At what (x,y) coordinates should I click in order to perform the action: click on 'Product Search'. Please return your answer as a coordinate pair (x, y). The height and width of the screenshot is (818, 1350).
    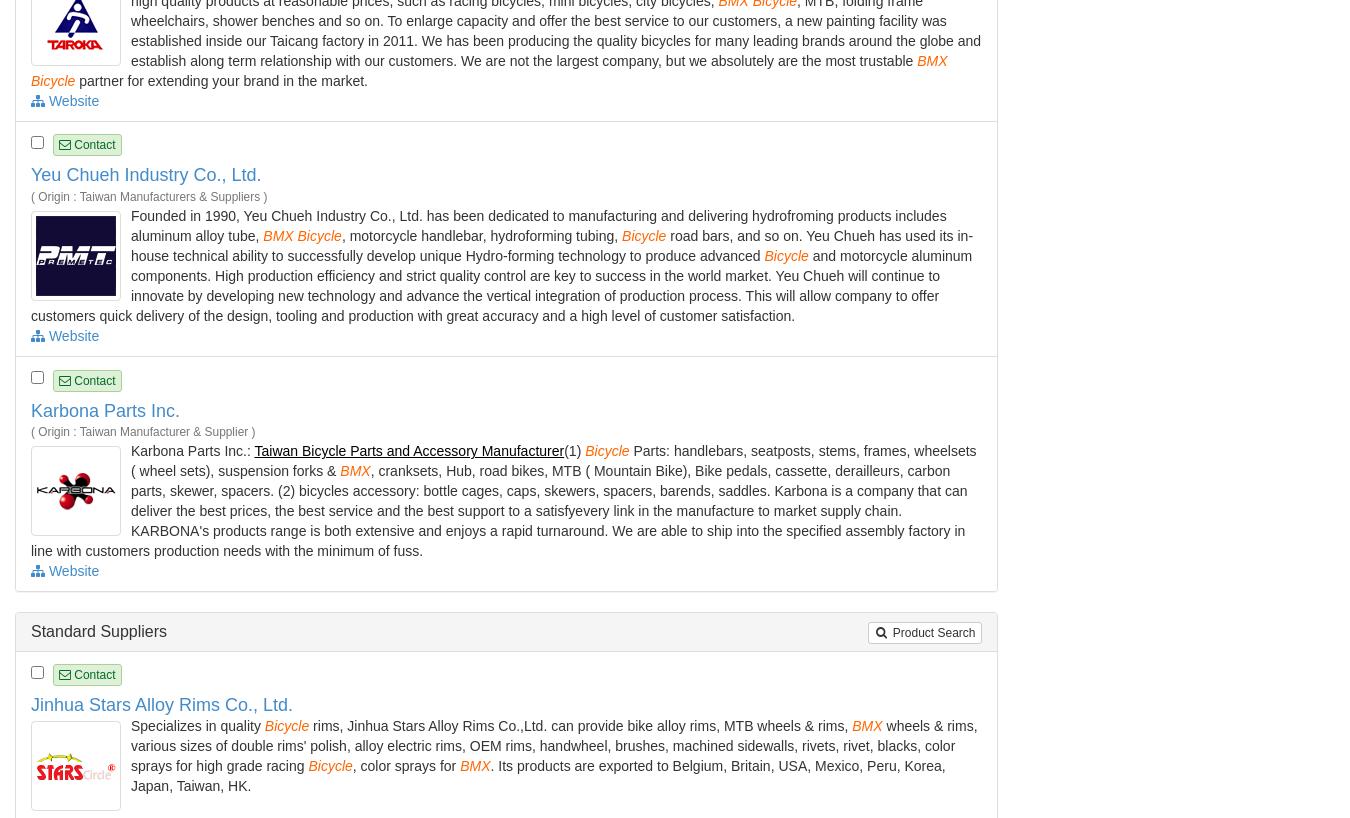
    Looking at the image, I should click on (931, 631).